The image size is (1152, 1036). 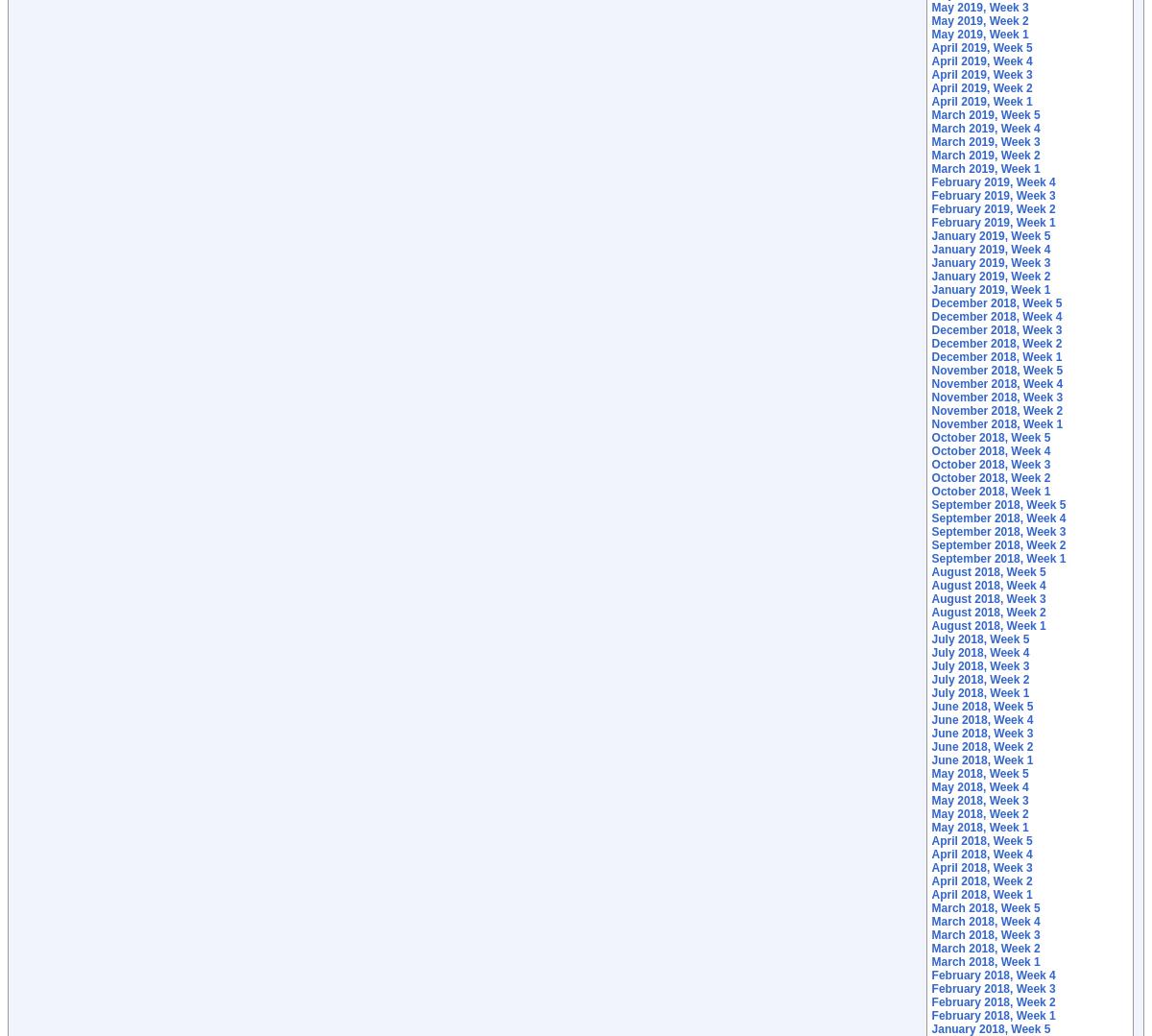 What do you see at coordinates (996, 302) in the screenshot?
I see `'December 2018, Week 5'` at bounding box center [996, 302].